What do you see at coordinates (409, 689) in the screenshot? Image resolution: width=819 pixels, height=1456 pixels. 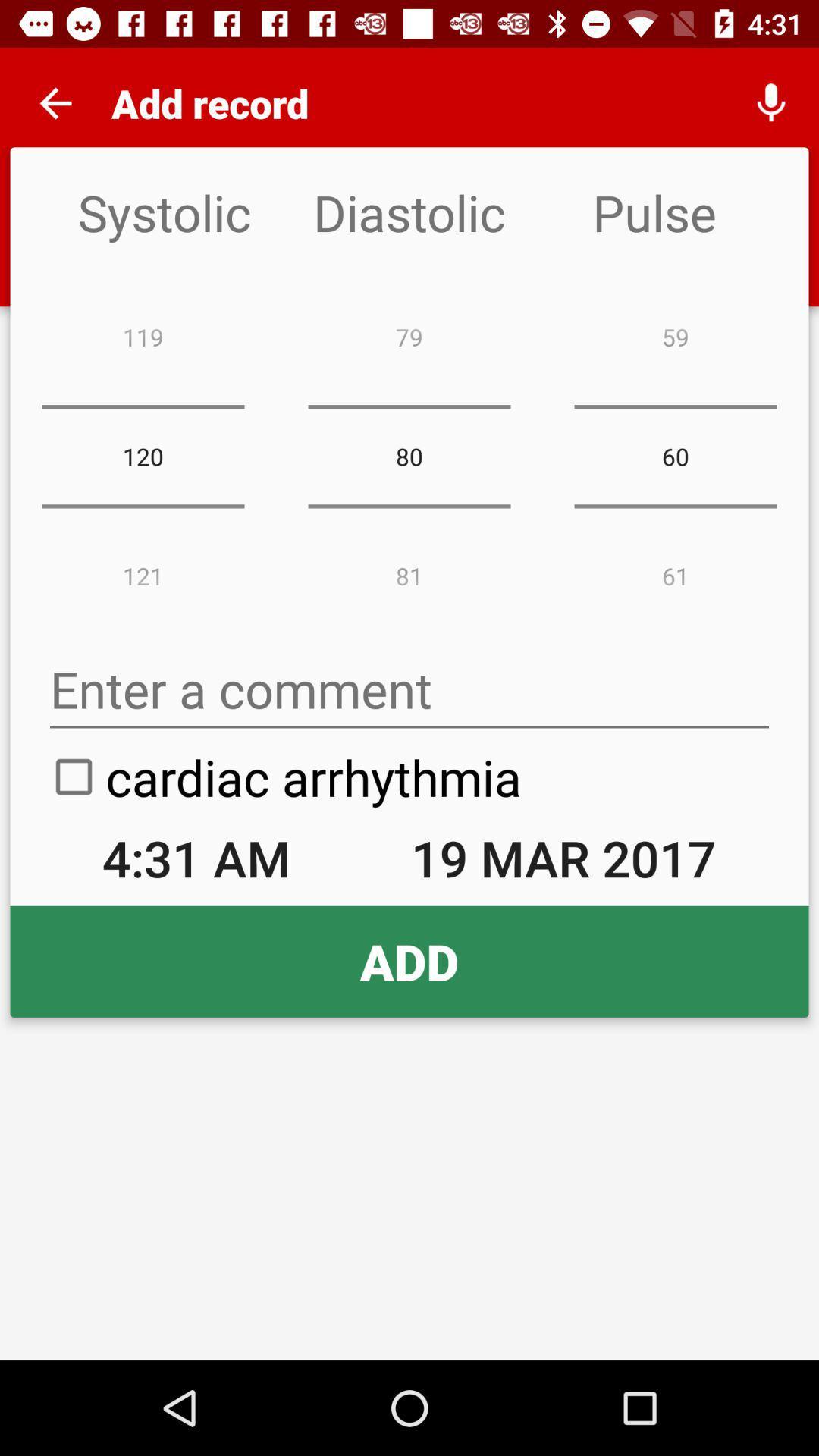 I see `type comment` at bounding box center [409, 689].